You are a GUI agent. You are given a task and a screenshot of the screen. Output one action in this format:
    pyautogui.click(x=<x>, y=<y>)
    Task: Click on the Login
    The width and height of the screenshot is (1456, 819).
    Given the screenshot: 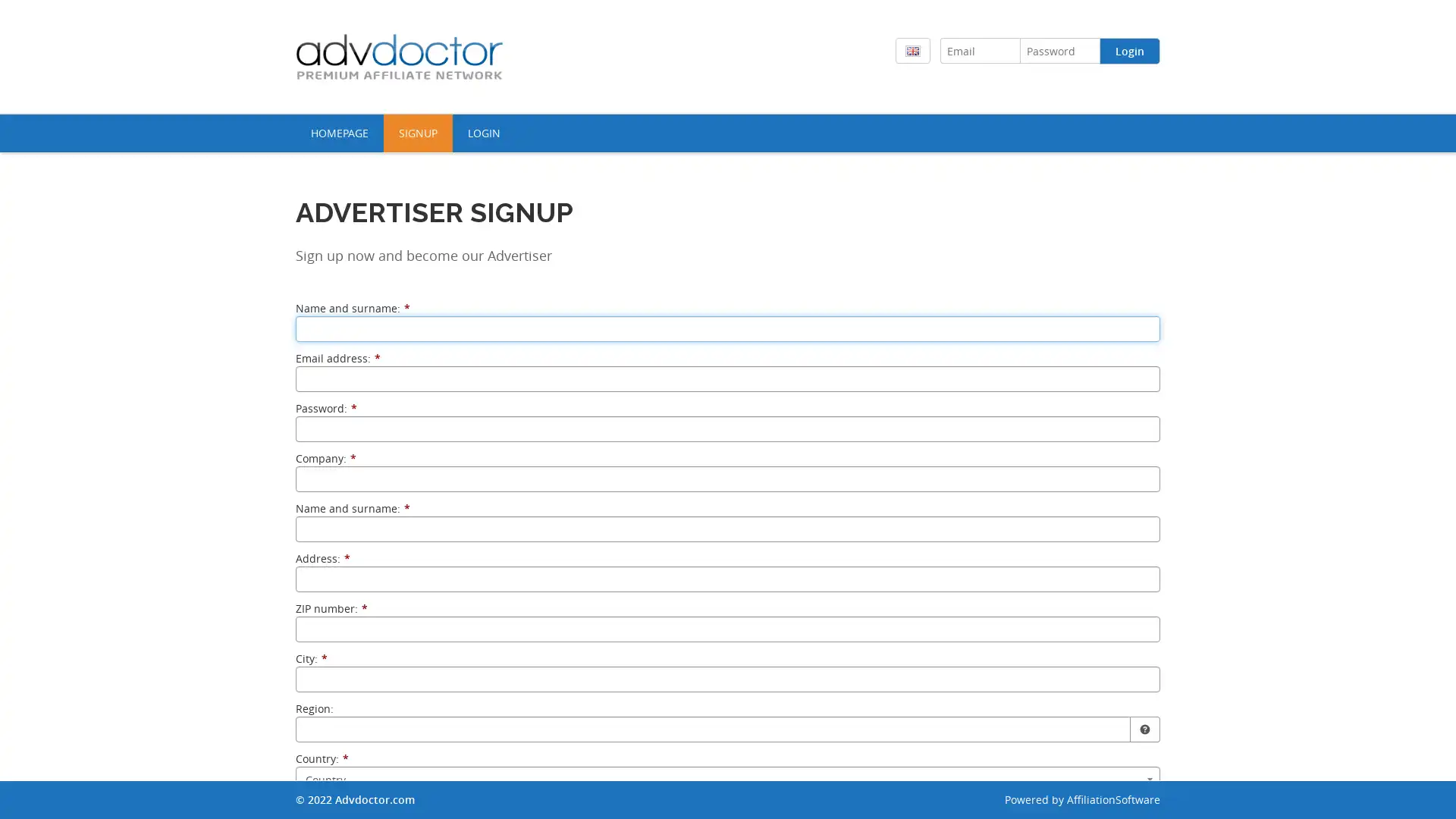 What is the action you would take?
    pyautogui.click(x=1129, y=50)
    